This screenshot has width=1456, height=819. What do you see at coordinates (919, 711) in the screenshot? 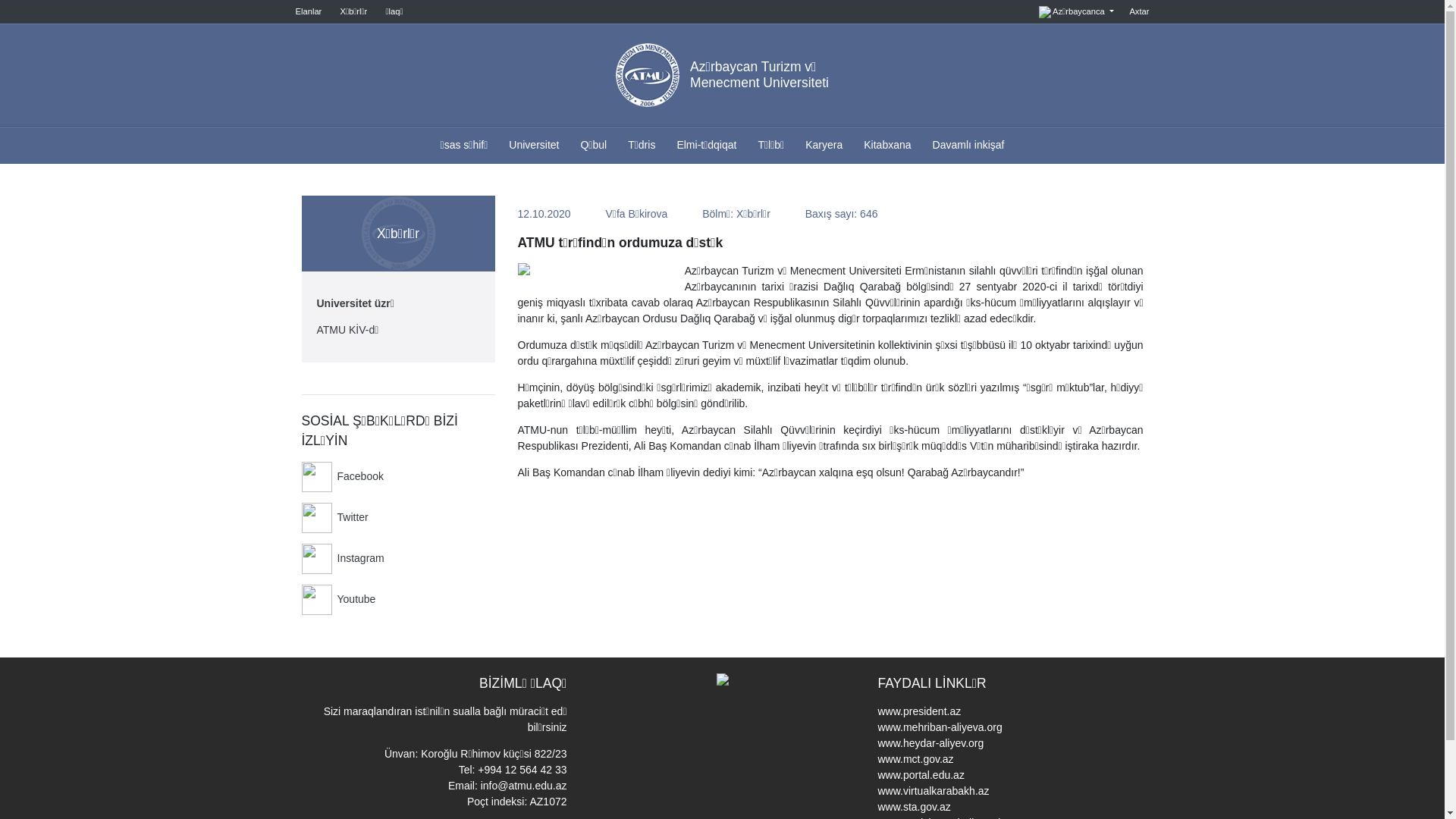
I see `'www.president.az'` at bounding box center [919, 711].